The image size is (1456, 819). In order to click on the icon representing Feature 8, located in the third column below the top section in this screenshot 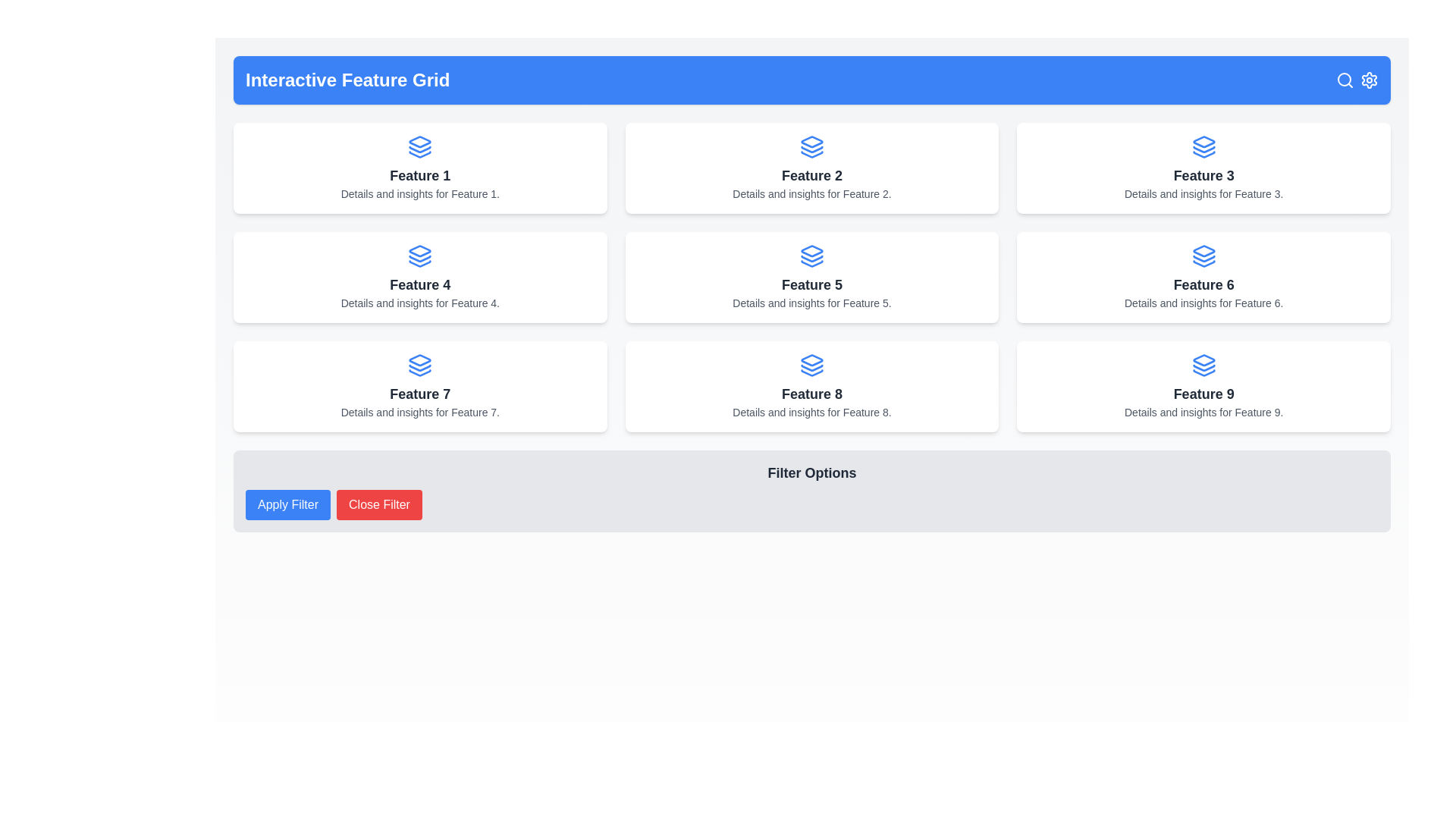, I will do `click(811, 360)`.